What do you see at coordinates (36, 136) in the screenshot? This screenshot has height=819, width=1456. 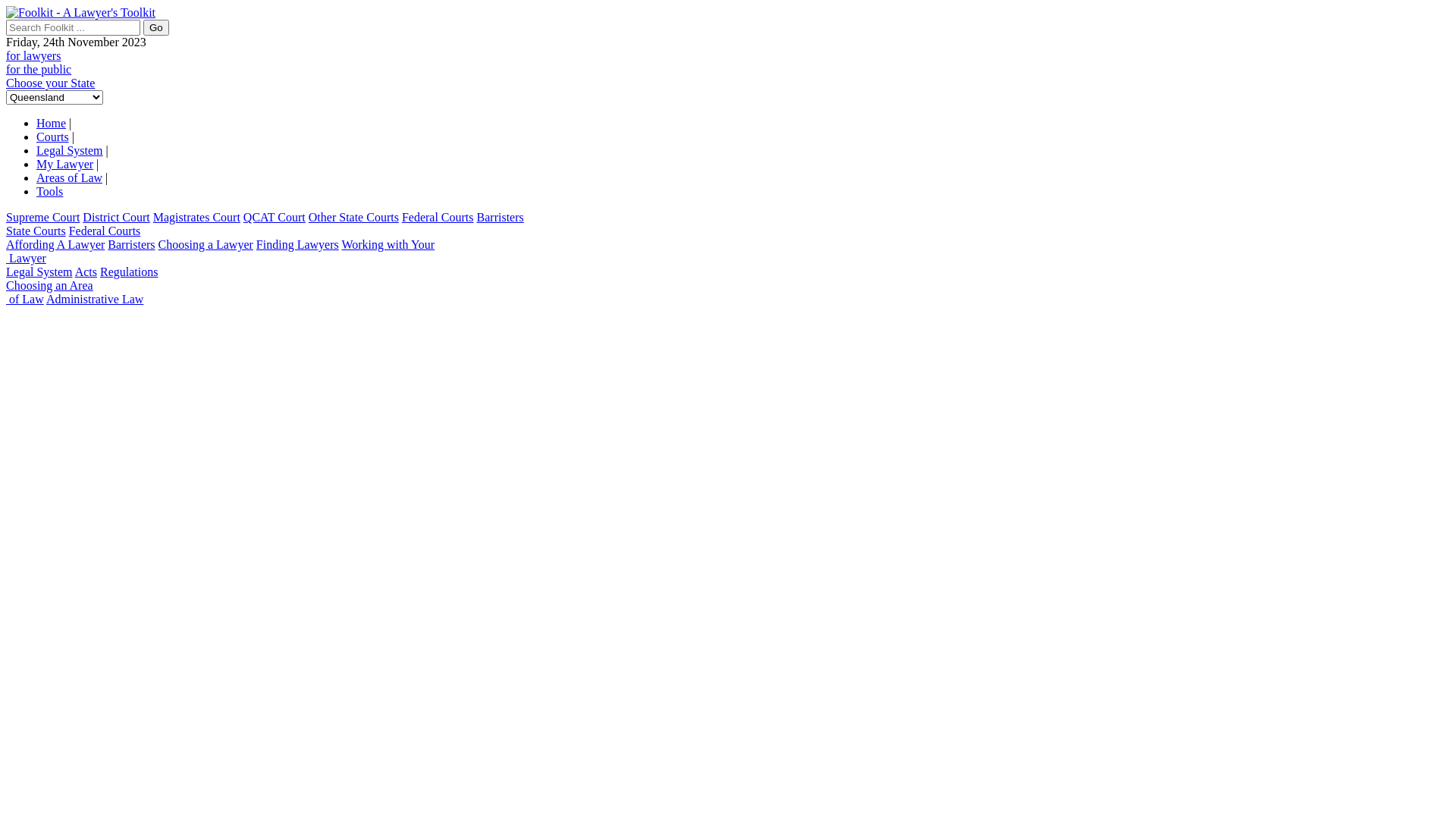 I see `'Courts'` at bounding box center [36, 136].